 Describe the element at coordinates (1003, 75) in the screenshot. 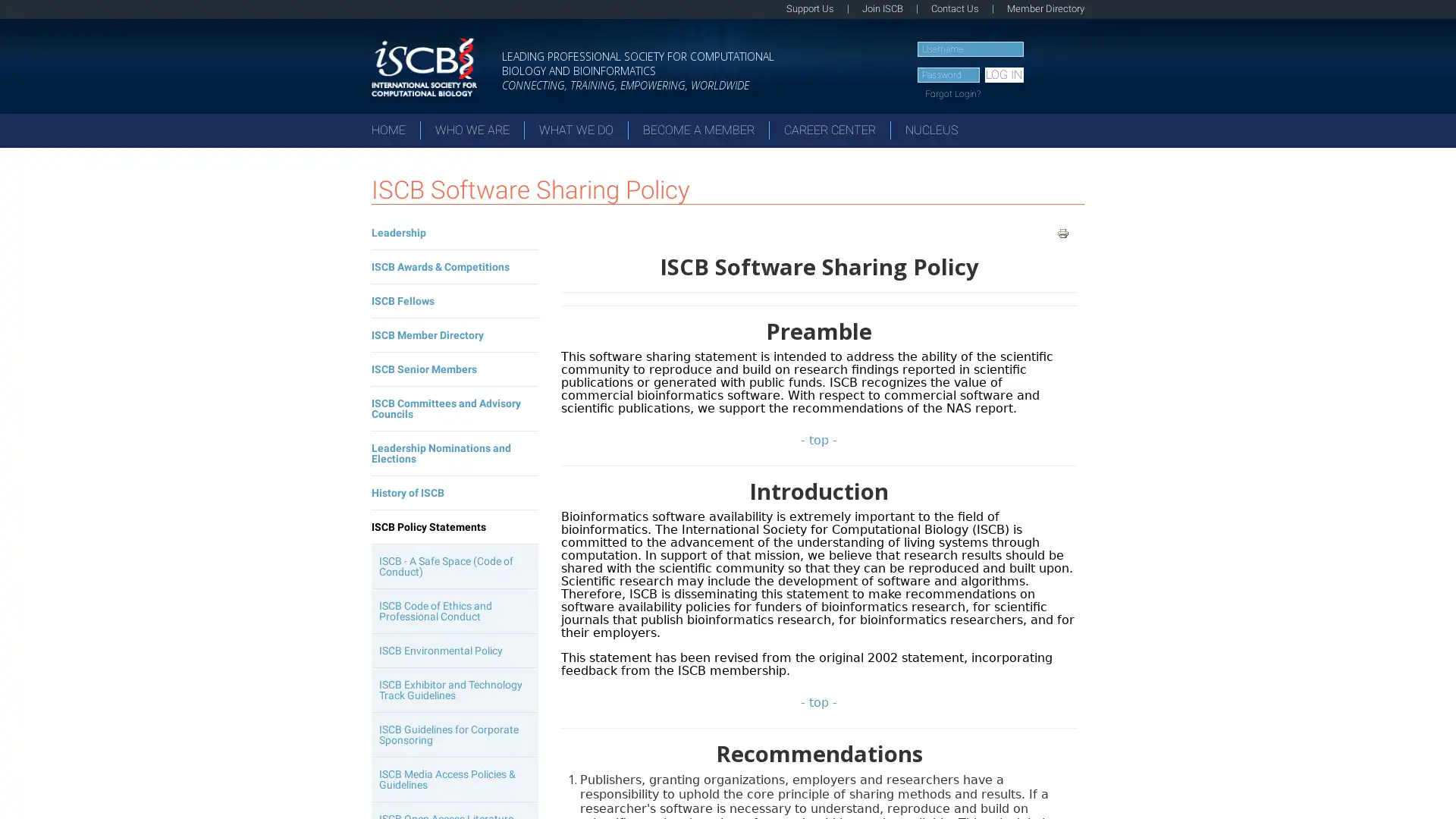

I see `LOG IN` at that location.